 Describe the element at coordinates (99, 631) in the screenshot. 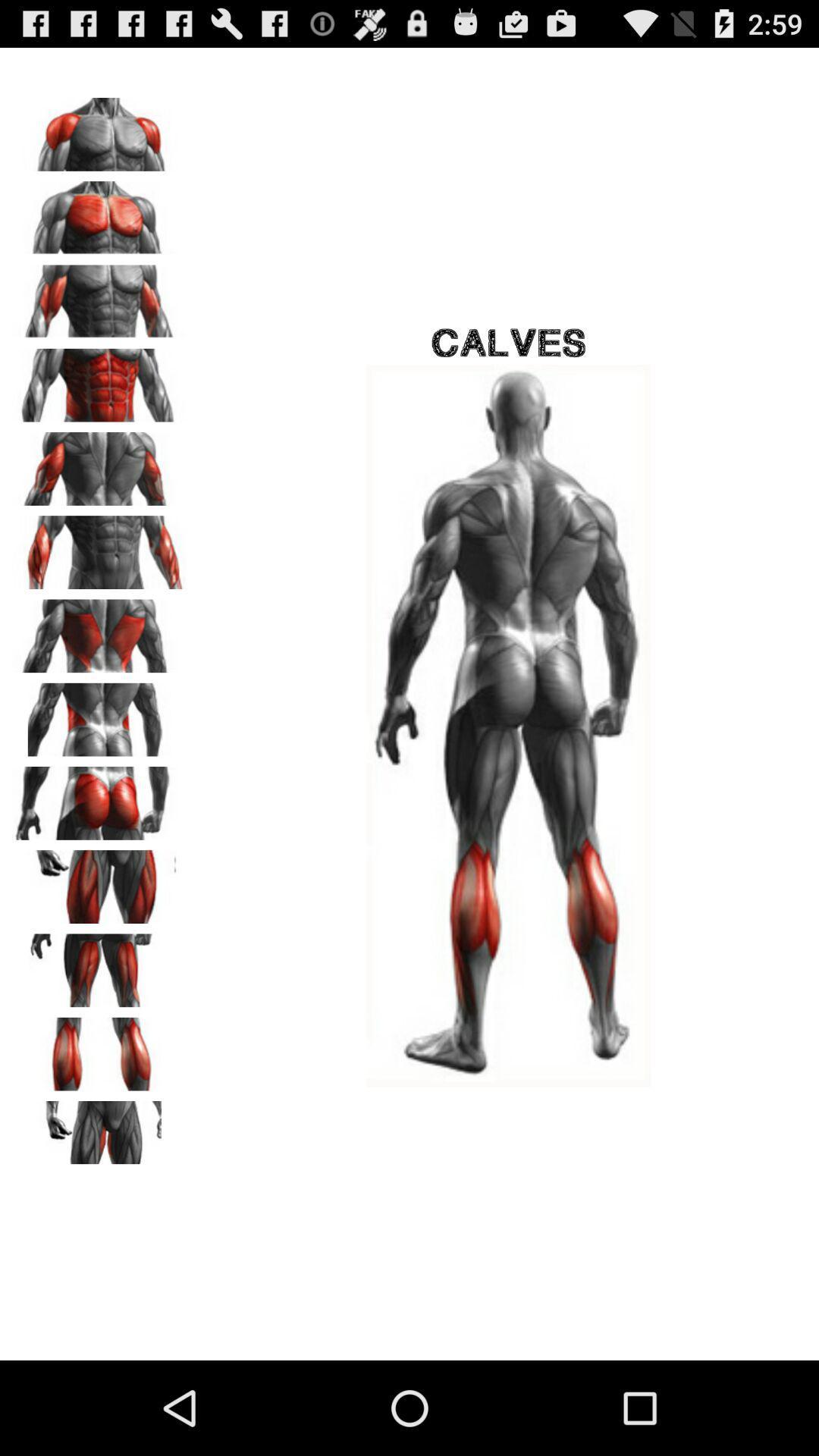

I see `shows one of the option area` at that location.